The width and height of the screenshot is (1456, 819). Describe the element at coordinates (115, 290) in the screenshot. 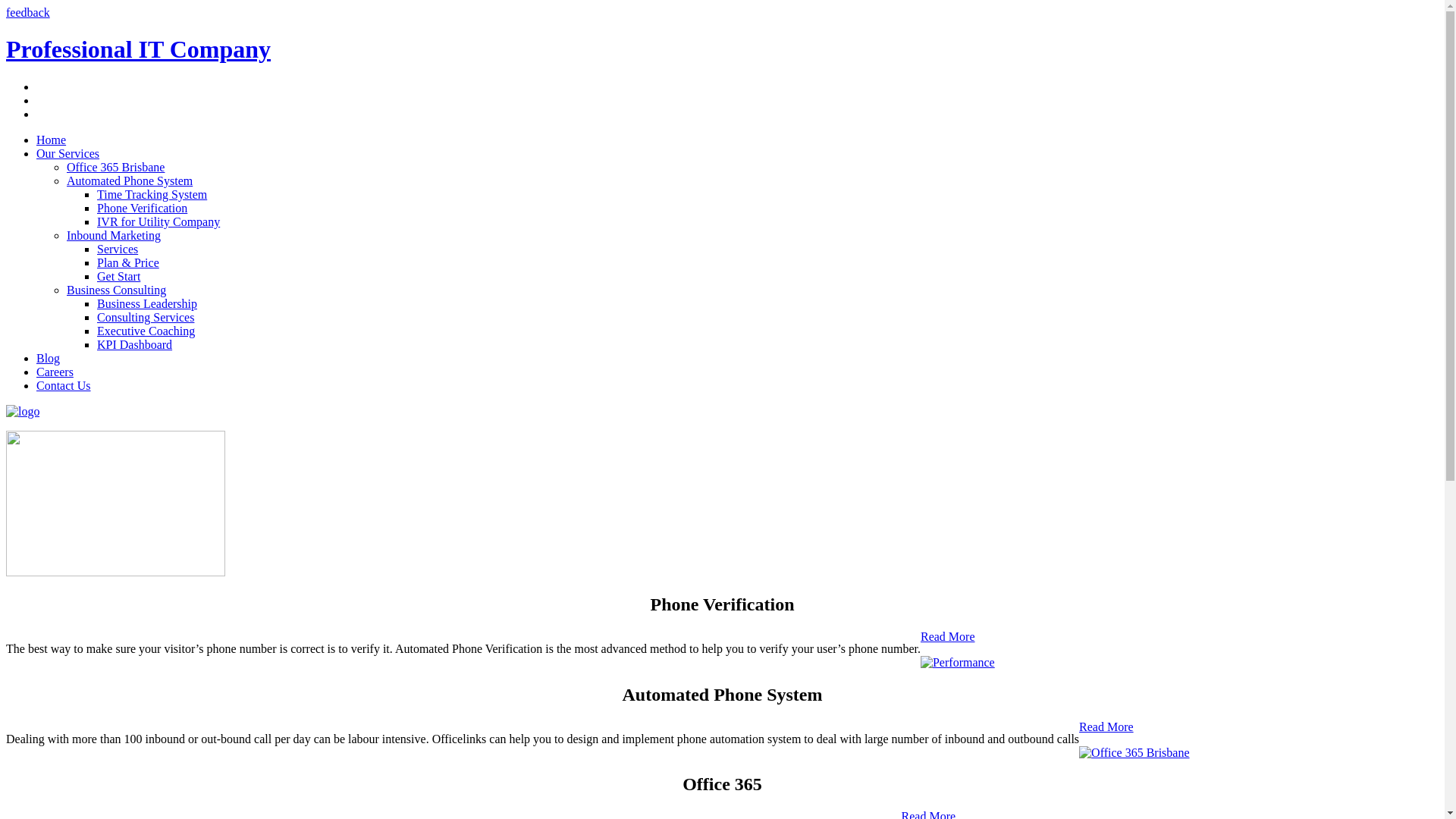

I see `'Business Consulting'` at that location.